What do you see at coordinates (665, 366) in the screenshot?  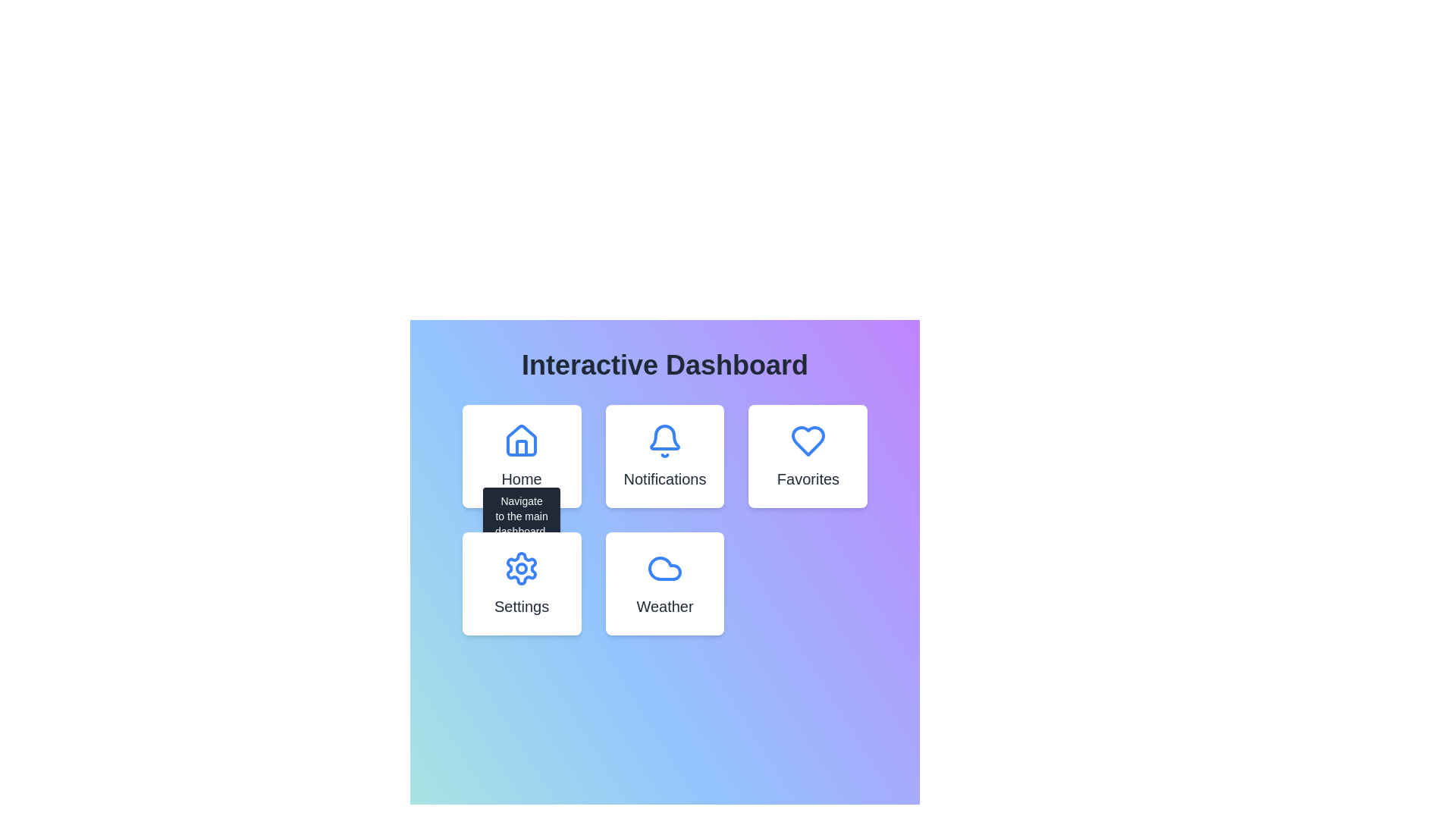 I see `the prominent header text labeled 'Interactive Dashboard', which is a large, bold, dark gray font centered at the top of the interface` at bounding box center [665, 366].